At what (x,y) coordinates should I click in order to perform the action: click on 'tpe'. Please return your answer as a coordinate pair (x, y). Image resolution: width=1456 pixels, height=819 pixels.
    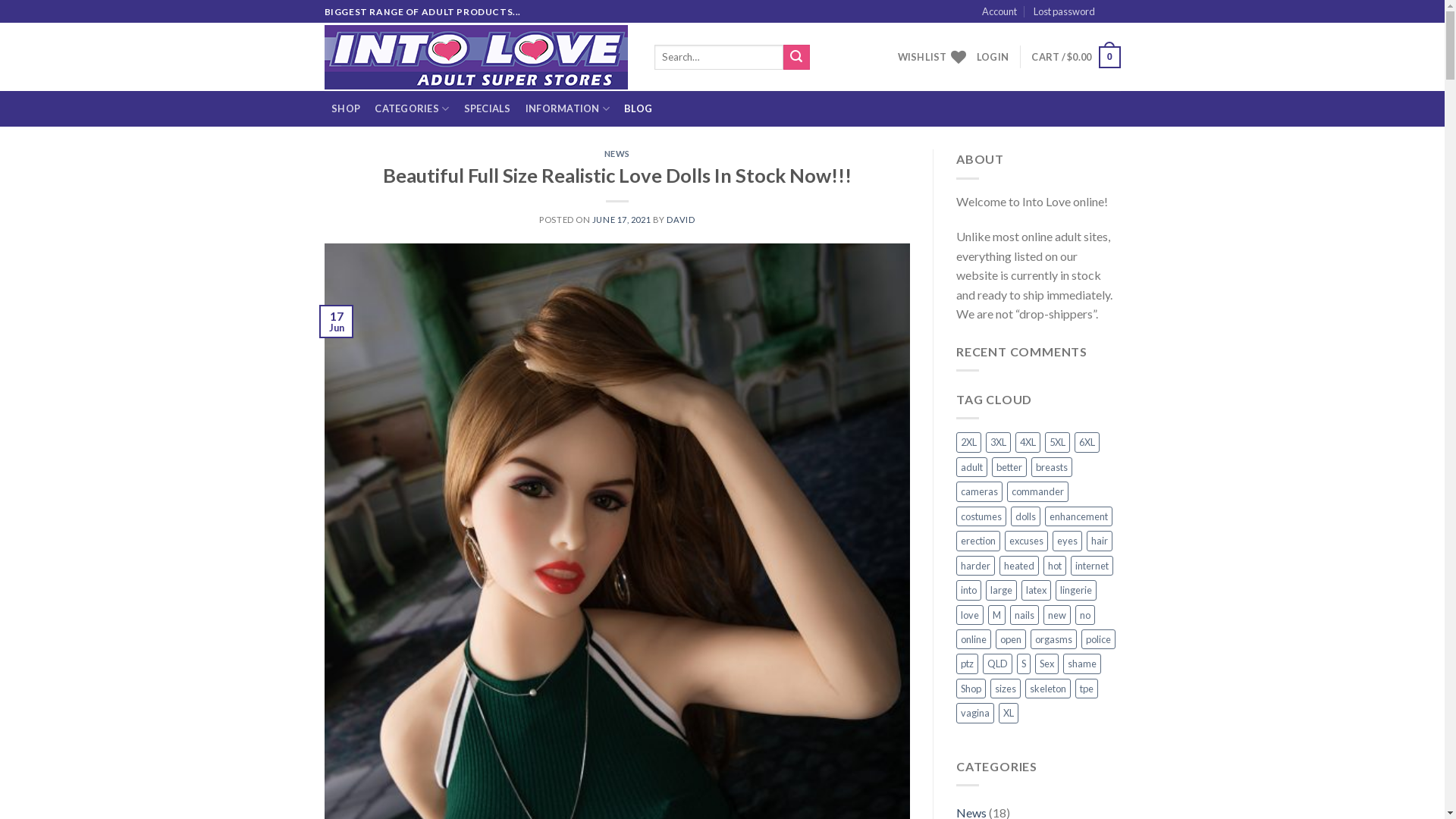
    Looking at the image, I should click on (1086, 688).